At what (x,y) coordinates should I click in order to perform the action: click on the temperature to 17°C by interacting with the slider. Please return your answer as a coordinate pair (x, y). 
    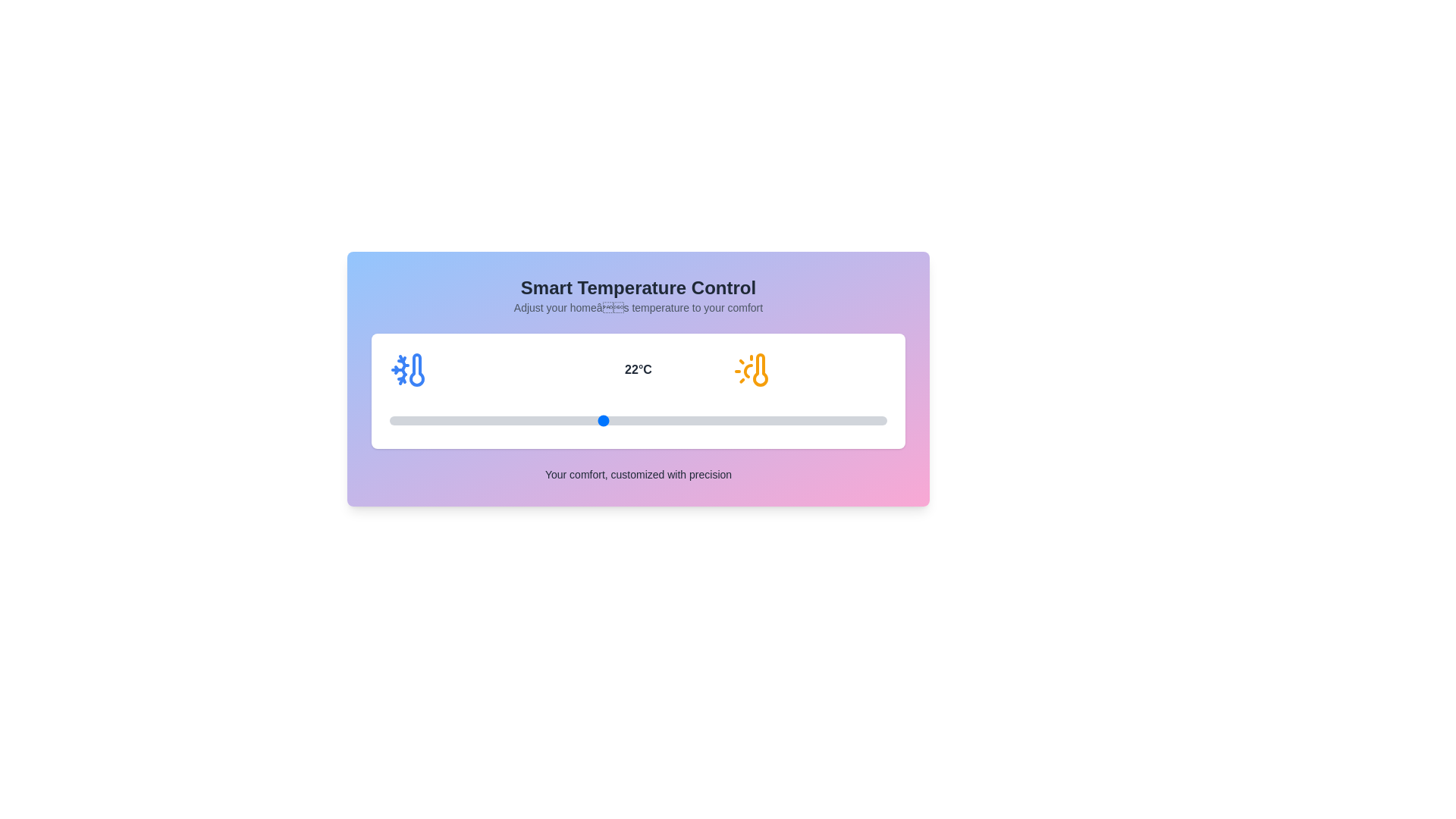
    Looking at the image, I should click on (425, 421).